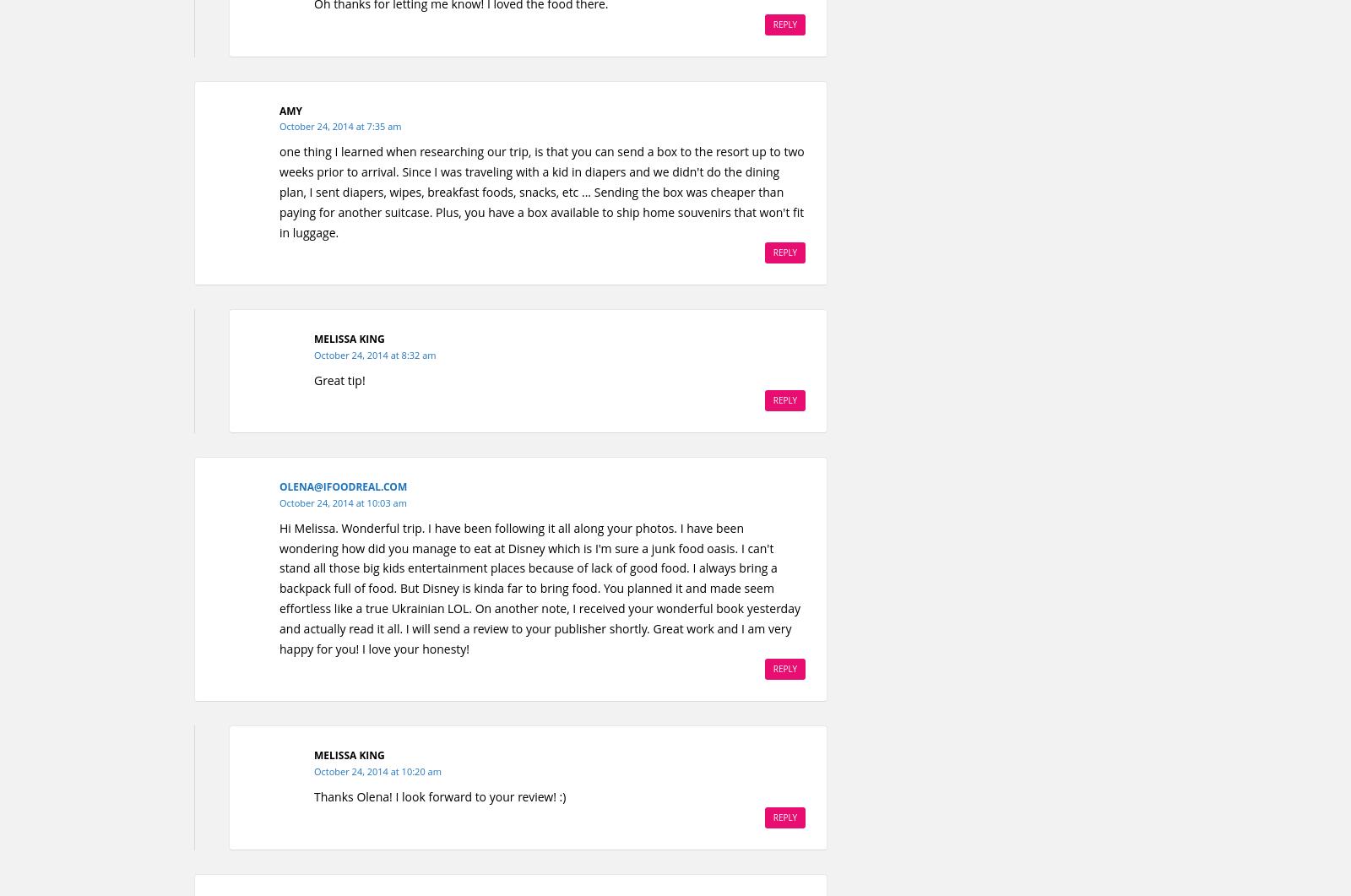 This screenshot has width=1351, height=896. I want to click on 'Hi Melissa. Wonderful trip. I have been following it all along your photos. I have been wondering how did you manage to eat at Disney which is I'm sure a junk food oasis. I can't stand all those big kids entertainment places because of lack of good food. I always bring a backpack full of food. But Disney is kinda far to bring food. You planned it and made seem effortless like a true Ukrainian LOL. 
On another note, I received your wonderful book yesterday and actually read it all. I will send a review to your publisher shortly. Great work and I am very happy for you! I love your honesty!', so click(540, 587).